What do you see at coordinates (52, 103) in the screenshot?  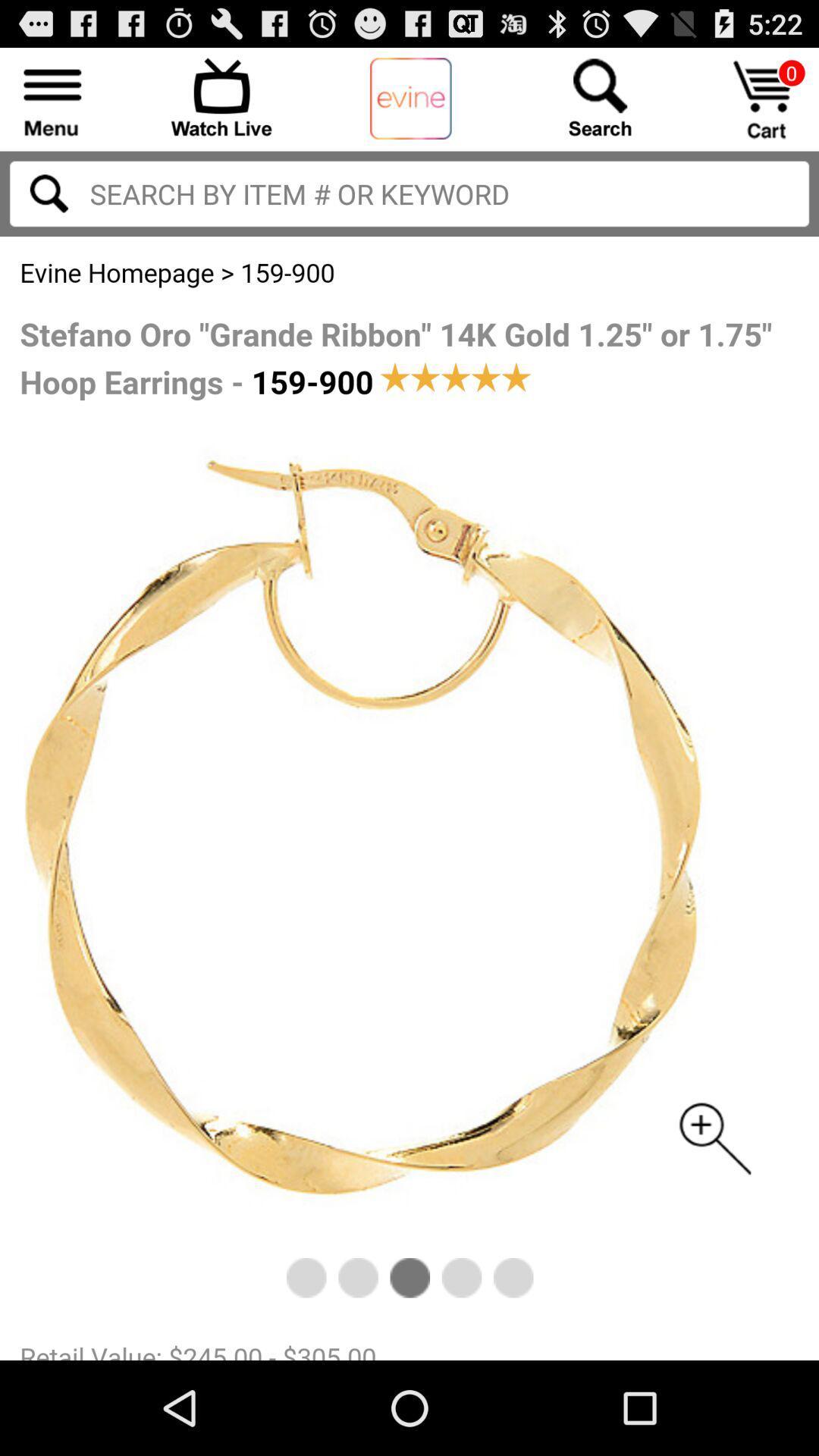 I see `the menu icon` at bounding box center [52, 103].